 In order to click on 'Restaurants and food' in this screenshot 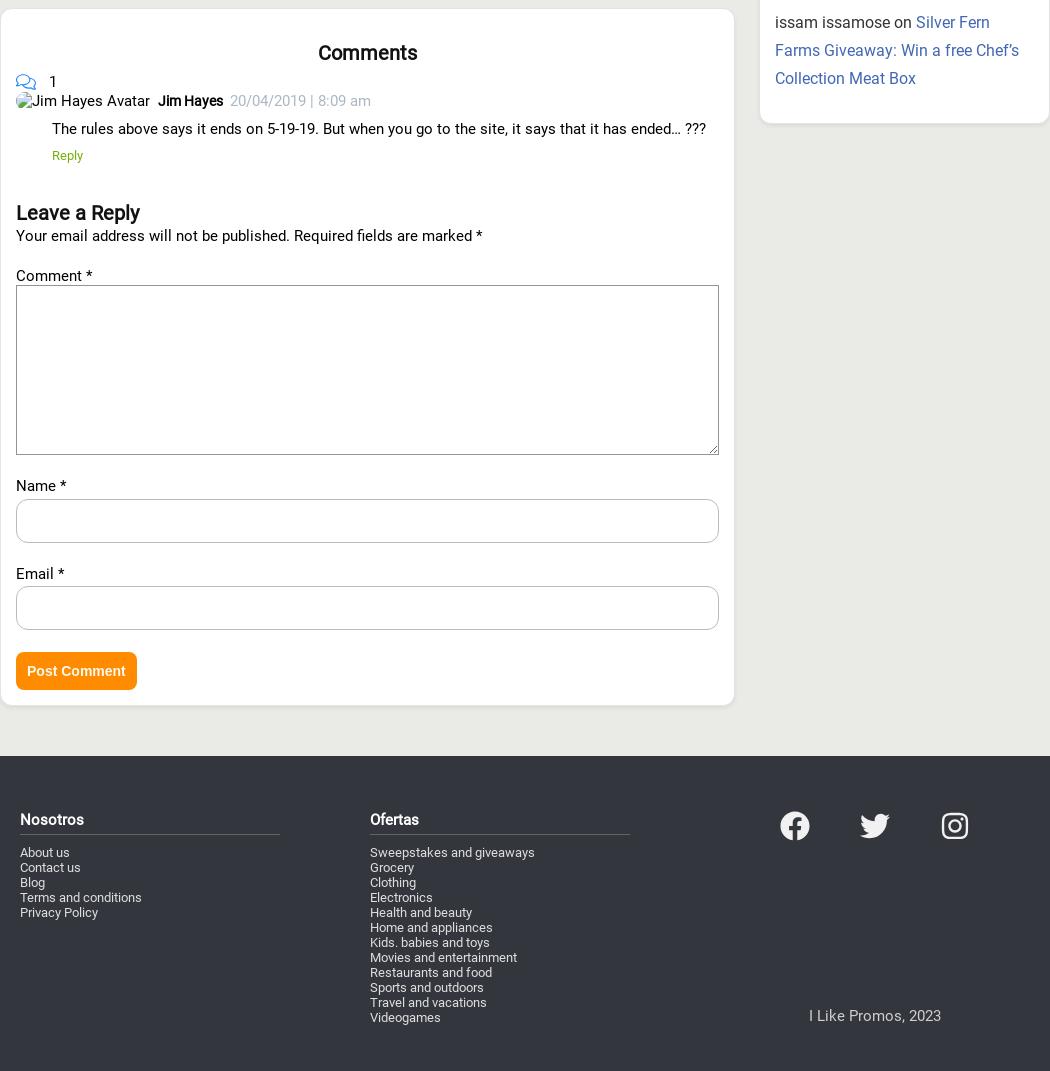, I will do `click(369, 863)`.